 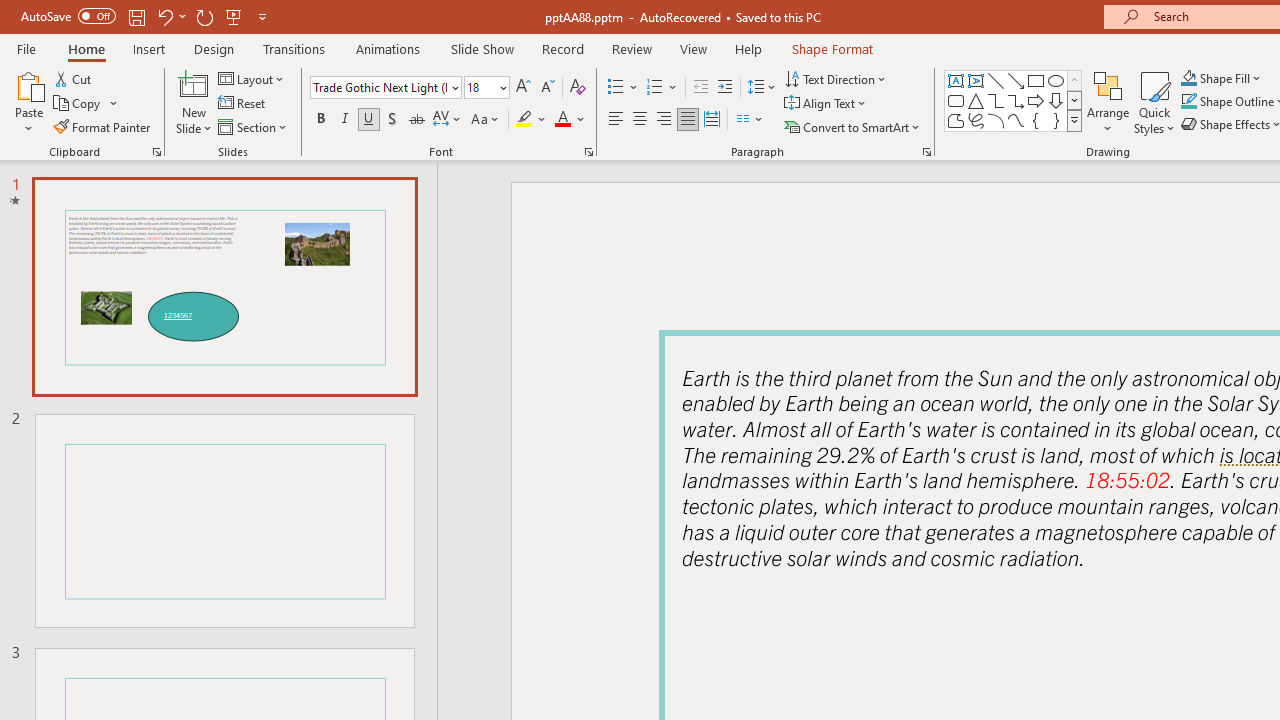 What do you see at coordinates (1189, 77) in the screenshot?
I see `'Shape Fill Aqua, Accent 2'` at bounding box center [1189, 77].